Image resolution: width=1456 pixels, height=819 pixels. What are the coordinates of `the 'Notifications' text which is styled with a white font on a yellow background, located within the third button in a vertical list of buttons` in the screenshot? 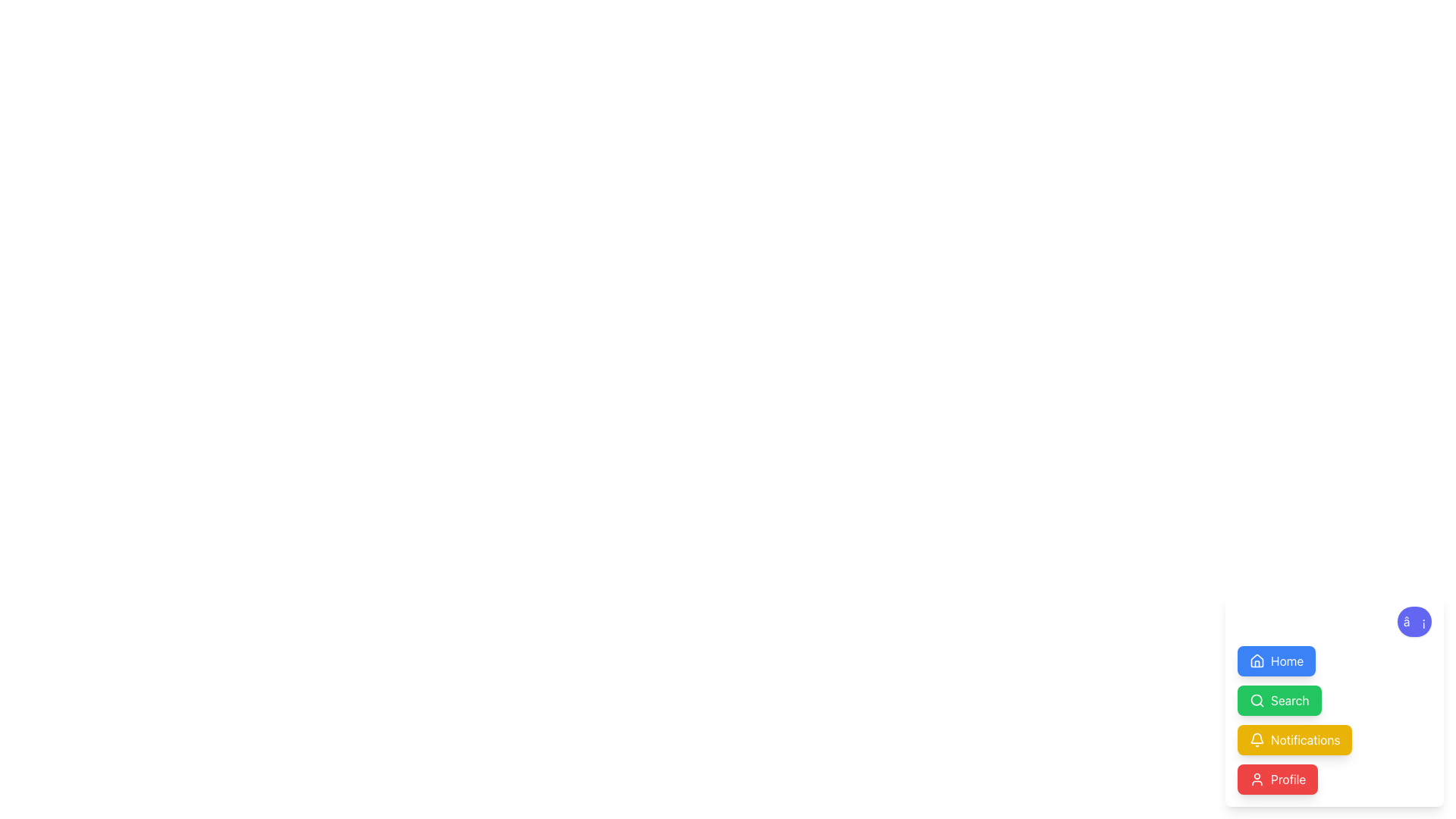 It's located at (1304, 739).